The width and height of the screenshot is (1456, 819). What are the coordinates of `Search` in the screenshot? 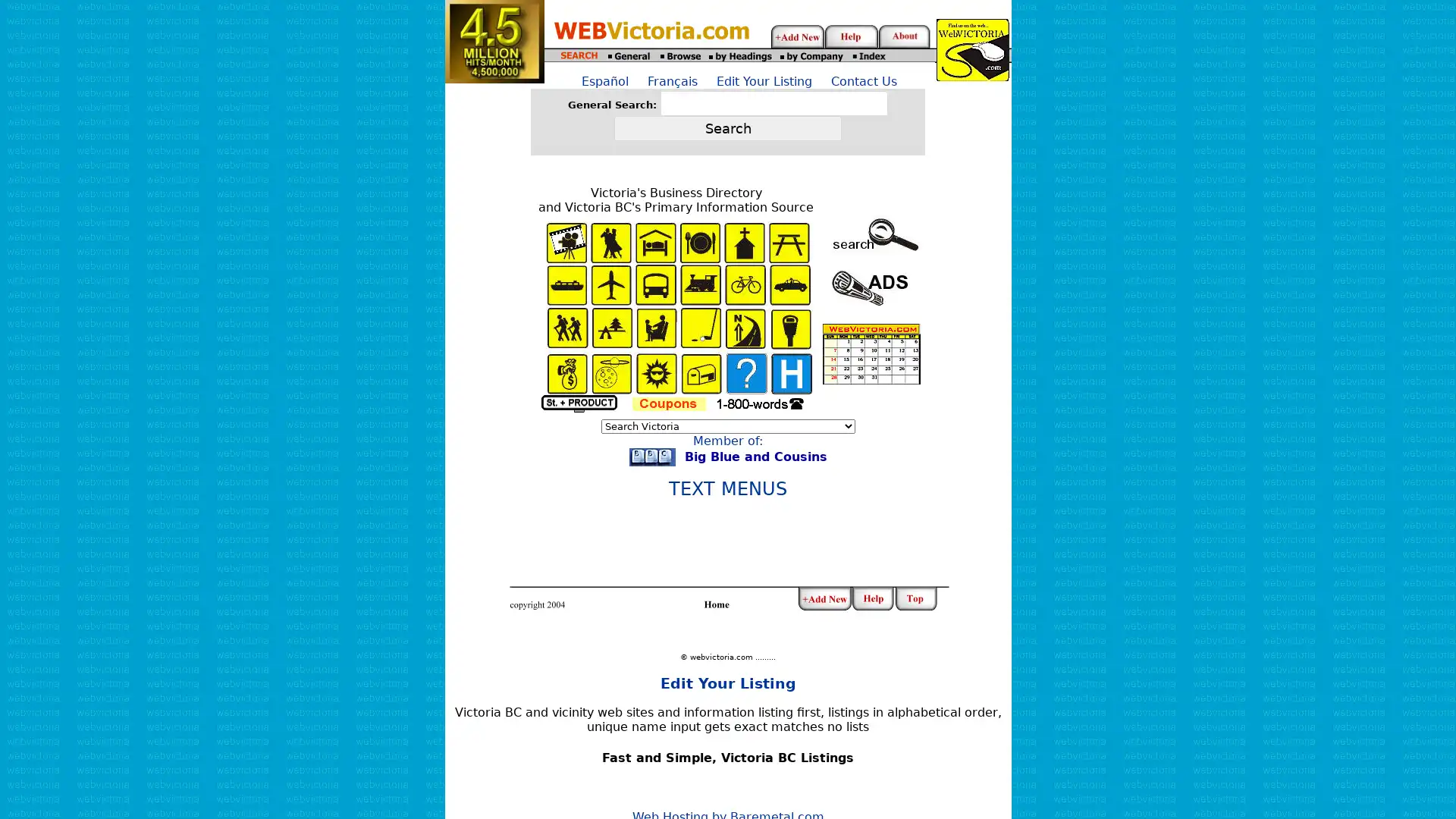 It's located at (728, 127).